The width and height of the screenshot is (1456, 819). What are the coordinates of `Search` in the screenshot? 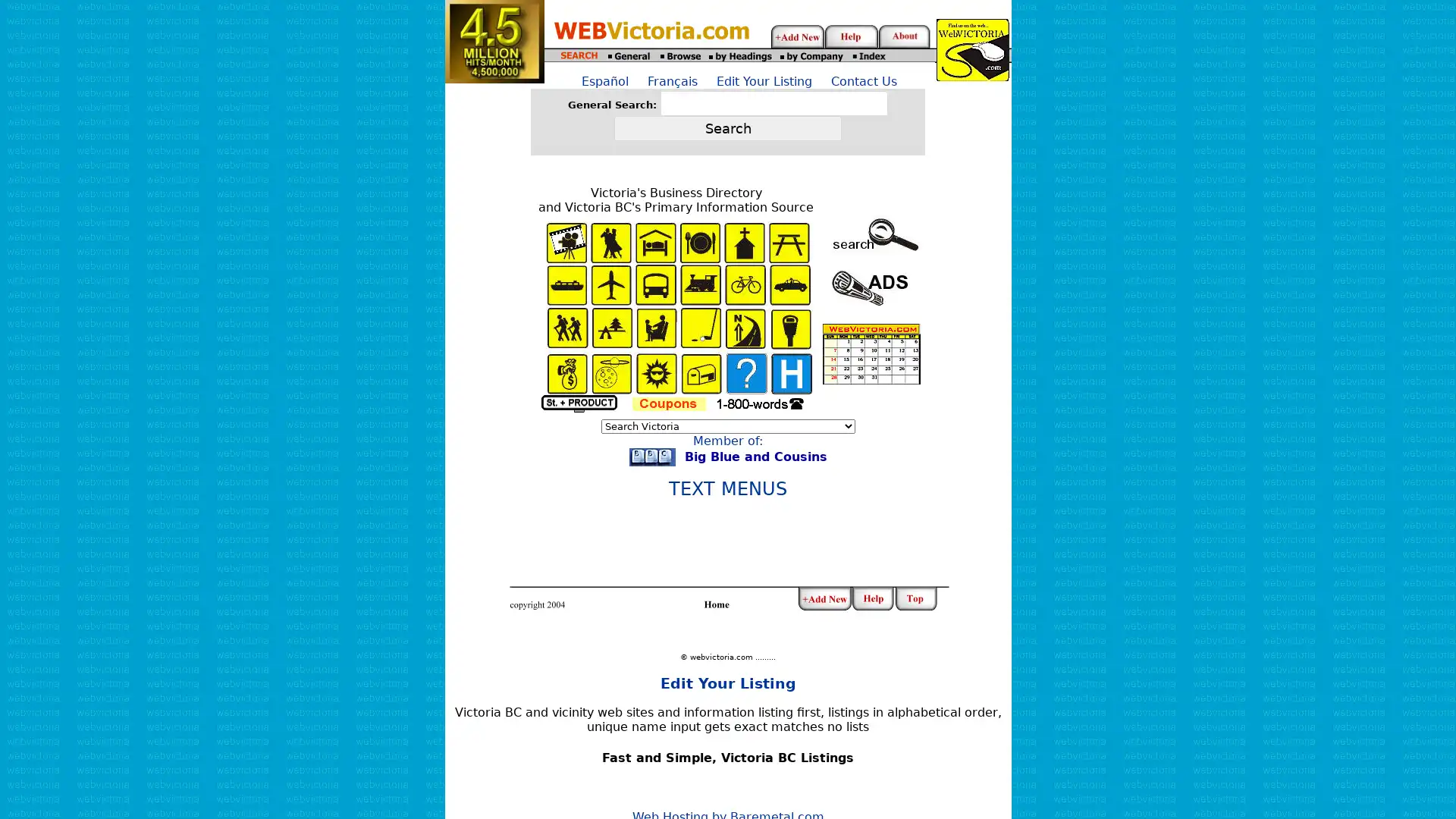 It's located at (728, 127).